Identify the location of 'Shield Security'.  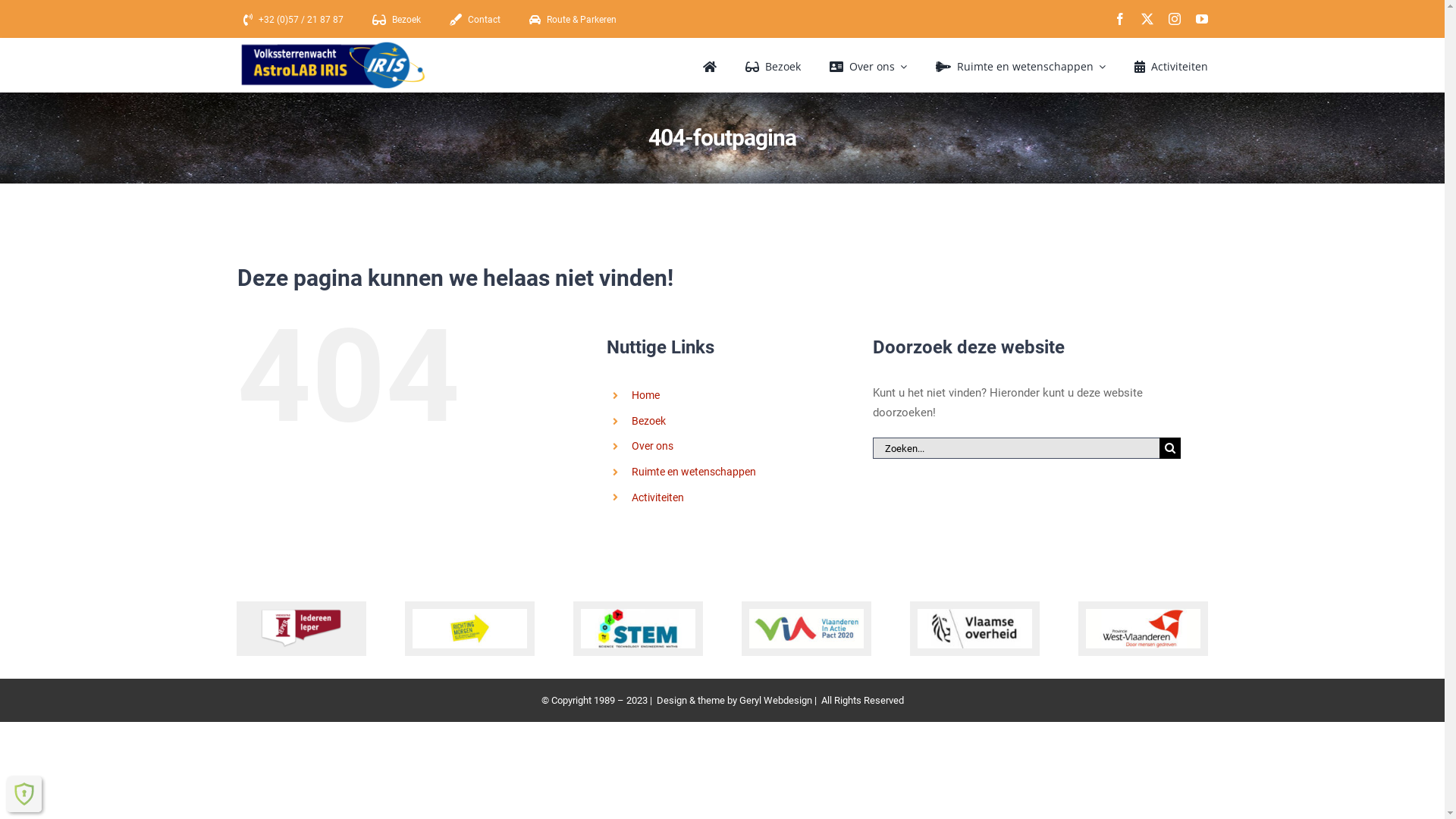
(24, 792).